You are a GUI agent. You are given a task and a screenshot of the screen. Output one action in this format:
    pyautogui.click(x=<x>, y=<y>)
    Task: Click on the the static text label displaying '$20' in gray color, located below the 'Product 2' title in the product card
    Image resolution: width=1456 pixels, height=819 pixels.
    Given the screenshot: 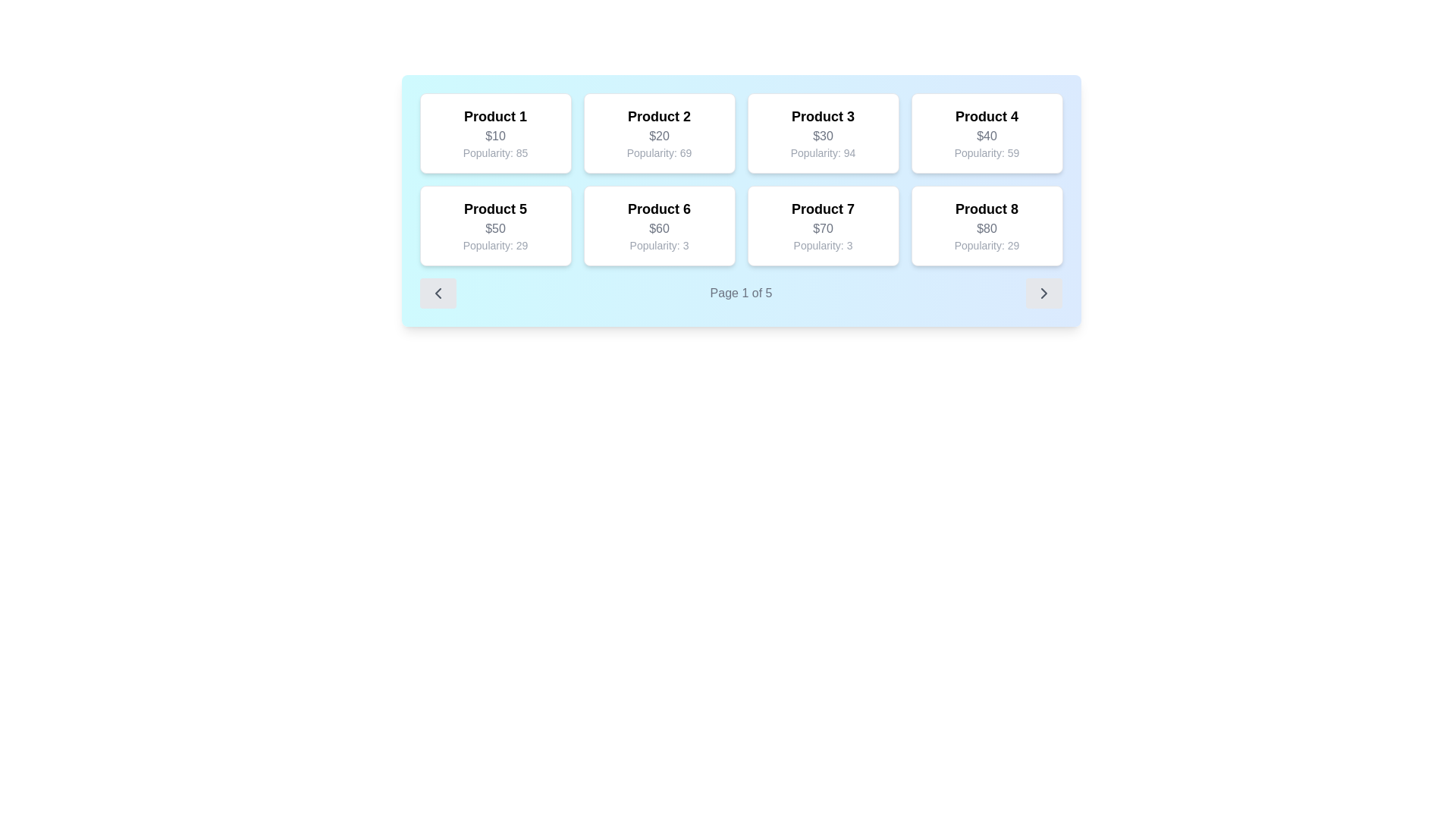 What is the action you would take?
    pyautogui.click(x=659, y=136)
    